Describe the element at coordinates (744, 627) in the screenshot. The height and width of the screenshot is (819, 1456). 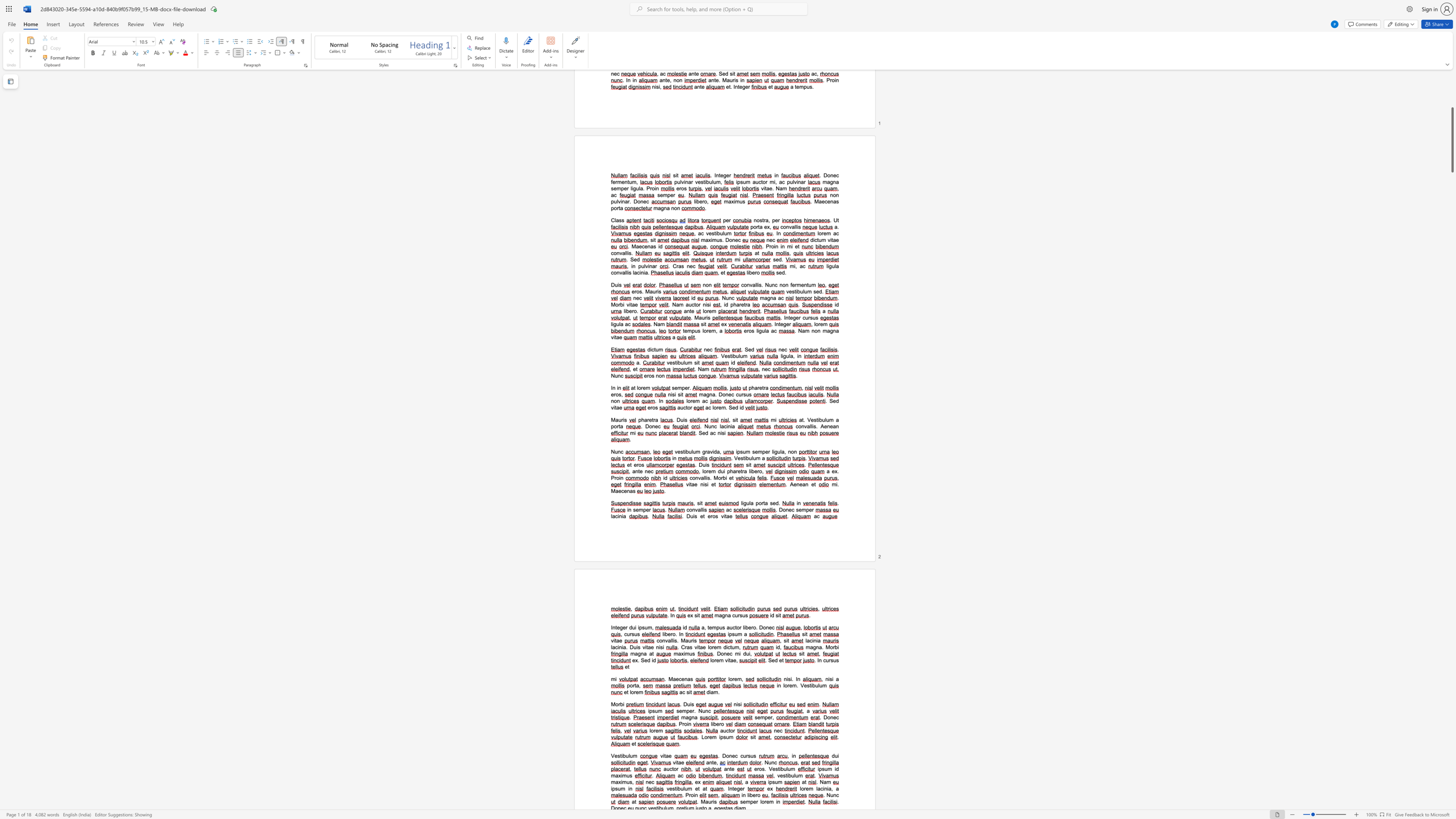
I see `the space between the continuous character "l" and "i" in the text` at that location.